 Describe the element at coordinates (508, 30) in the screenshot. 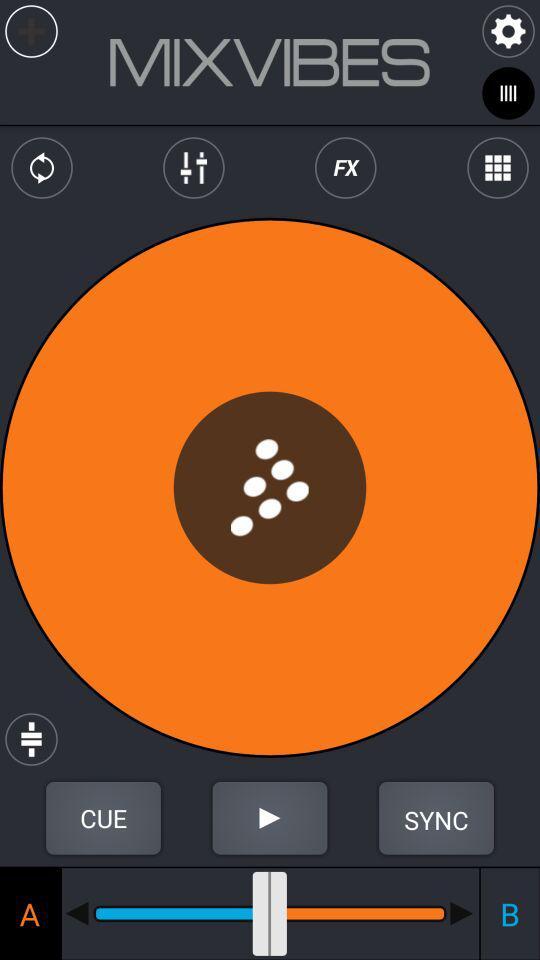

I see `the settings icon` at that location.